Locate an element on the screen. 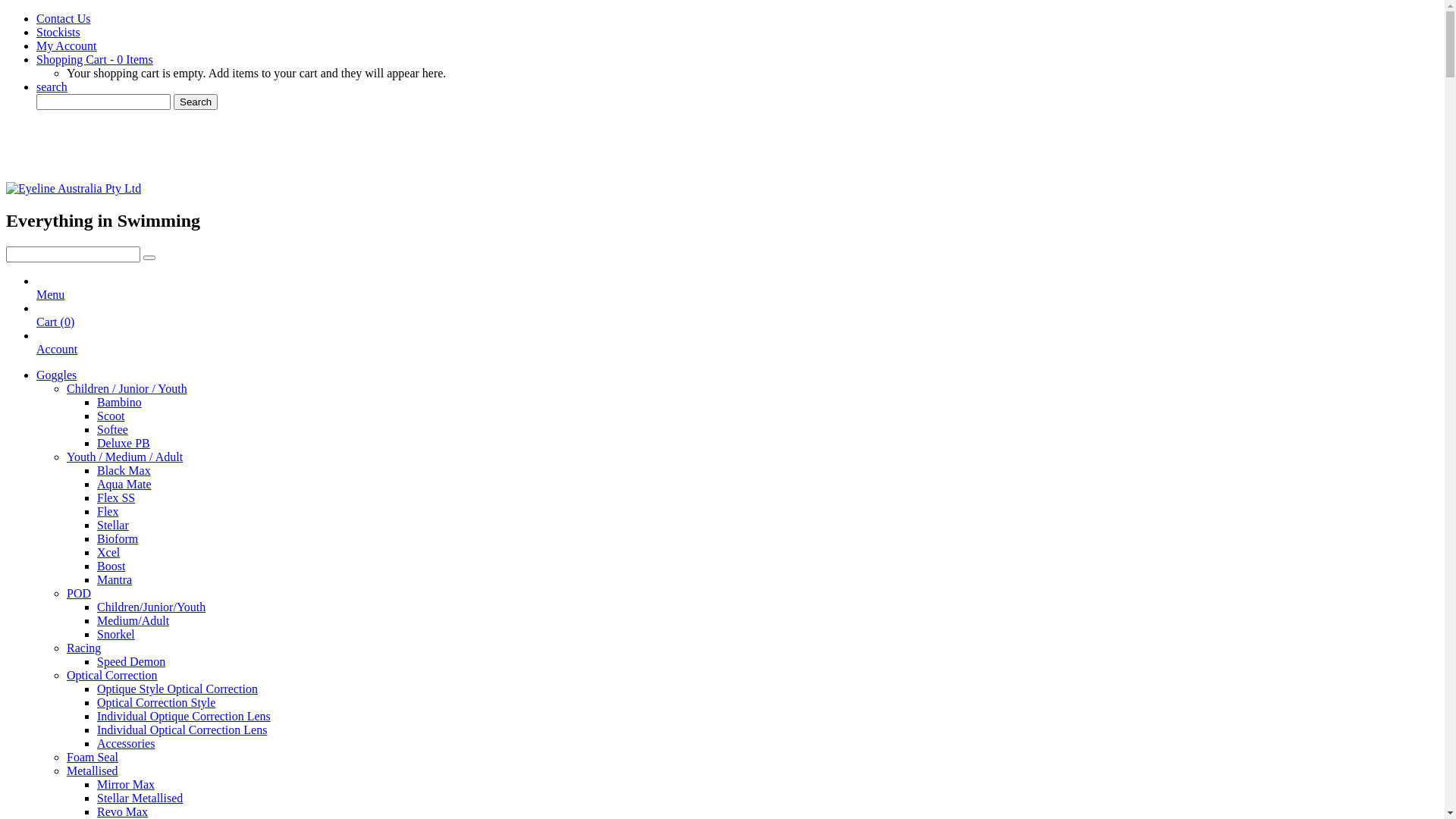 The image size is (1456, 819). 'Goggles' is located at coordinates (56, 375).